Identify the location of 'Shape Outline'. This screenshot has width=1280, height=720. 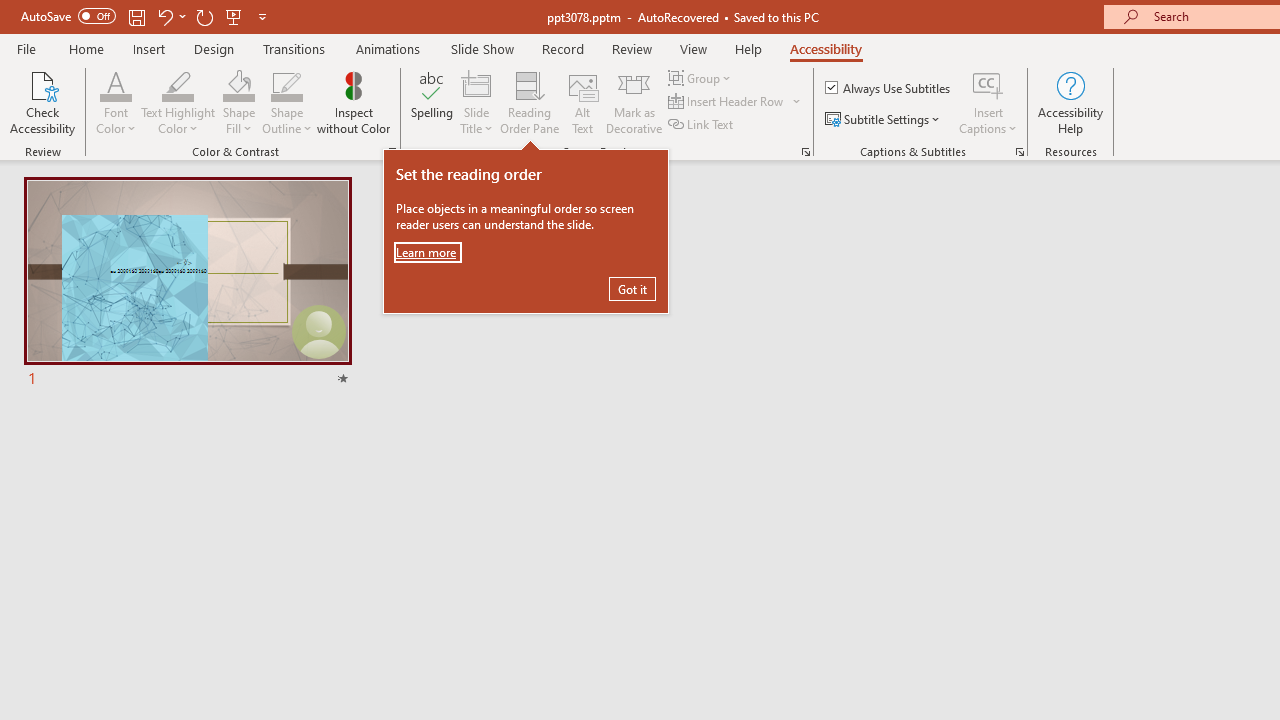
(286, 103).